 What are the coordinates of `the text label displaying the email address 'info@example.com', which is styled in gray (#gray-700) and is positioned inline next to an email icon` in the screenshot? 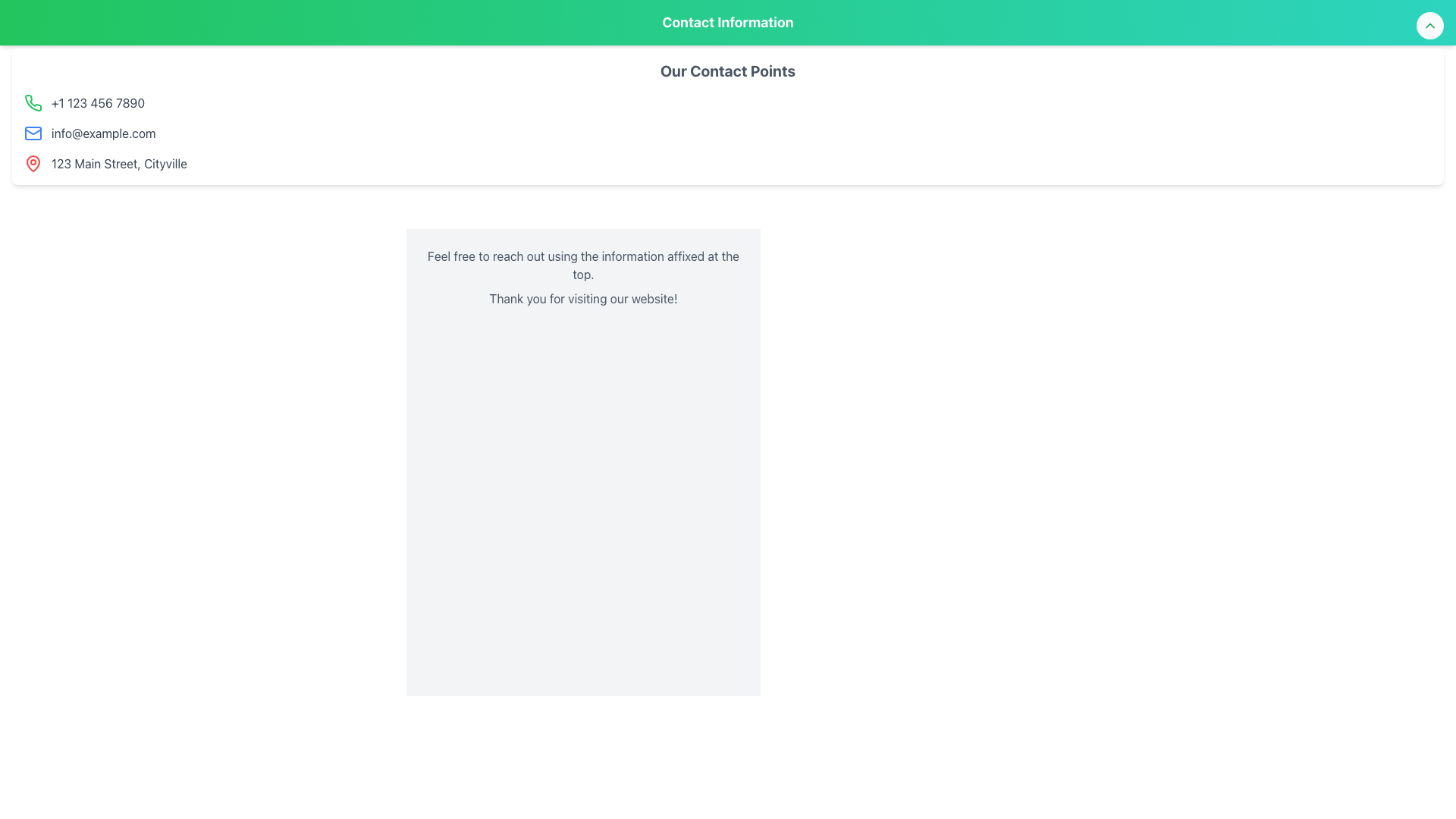 It's located at (102, 133).